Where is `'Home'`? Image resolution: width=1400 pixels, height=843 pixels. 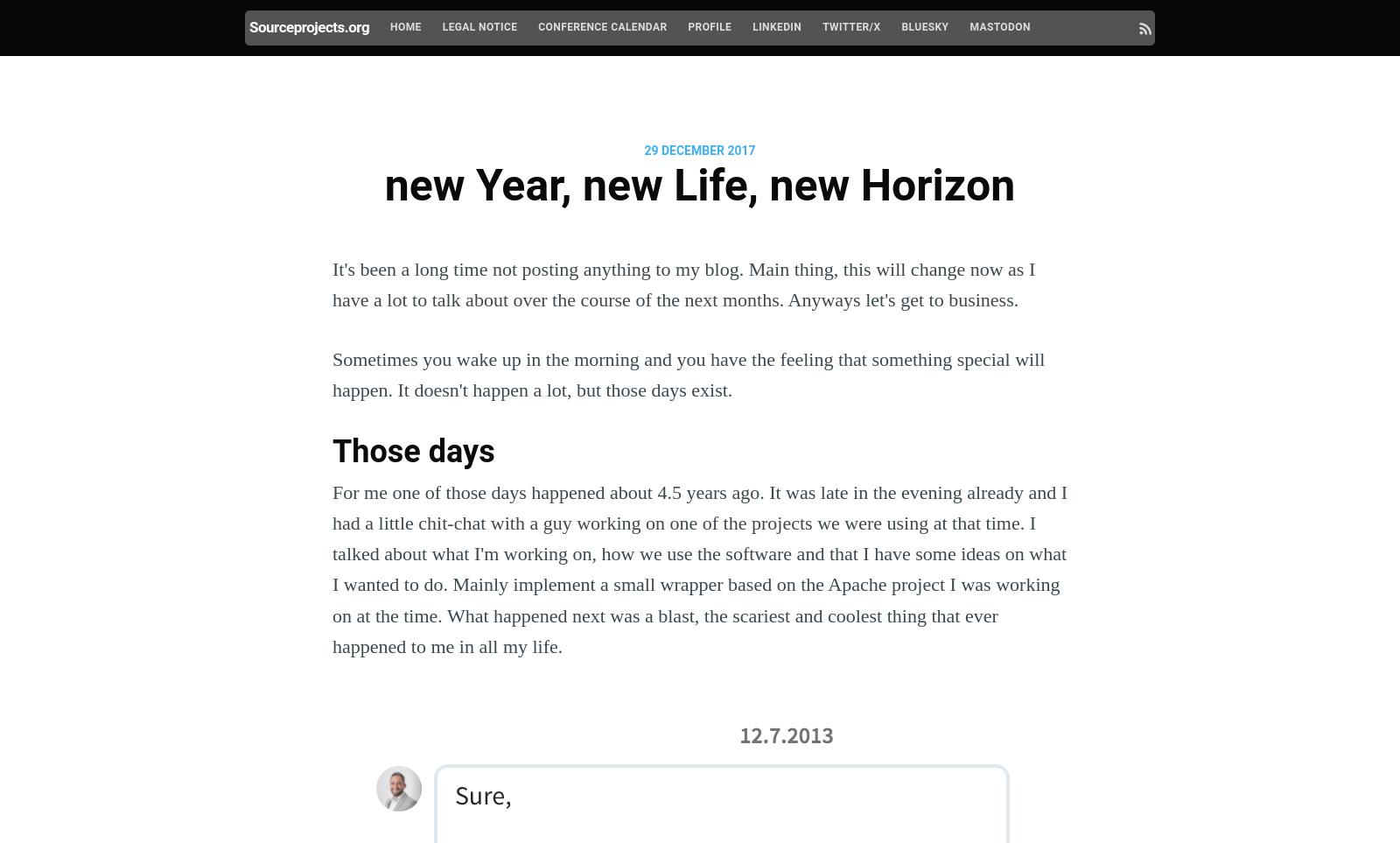 'Home' is located at coordinates (404, 26).